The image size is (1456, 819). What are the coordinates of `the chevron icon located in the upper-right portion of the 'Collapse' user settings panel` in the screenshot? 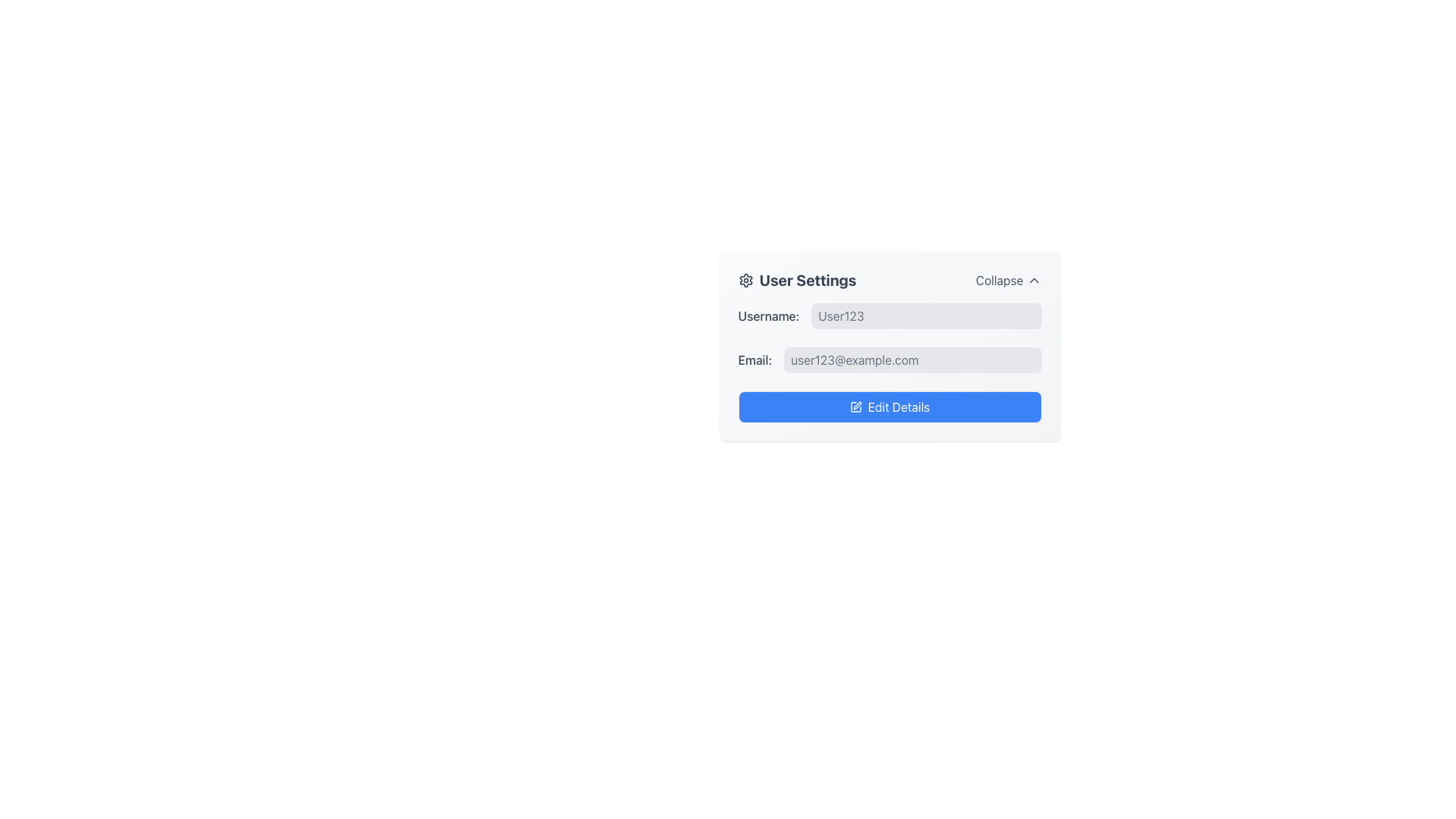 It's located at (1033, 281).